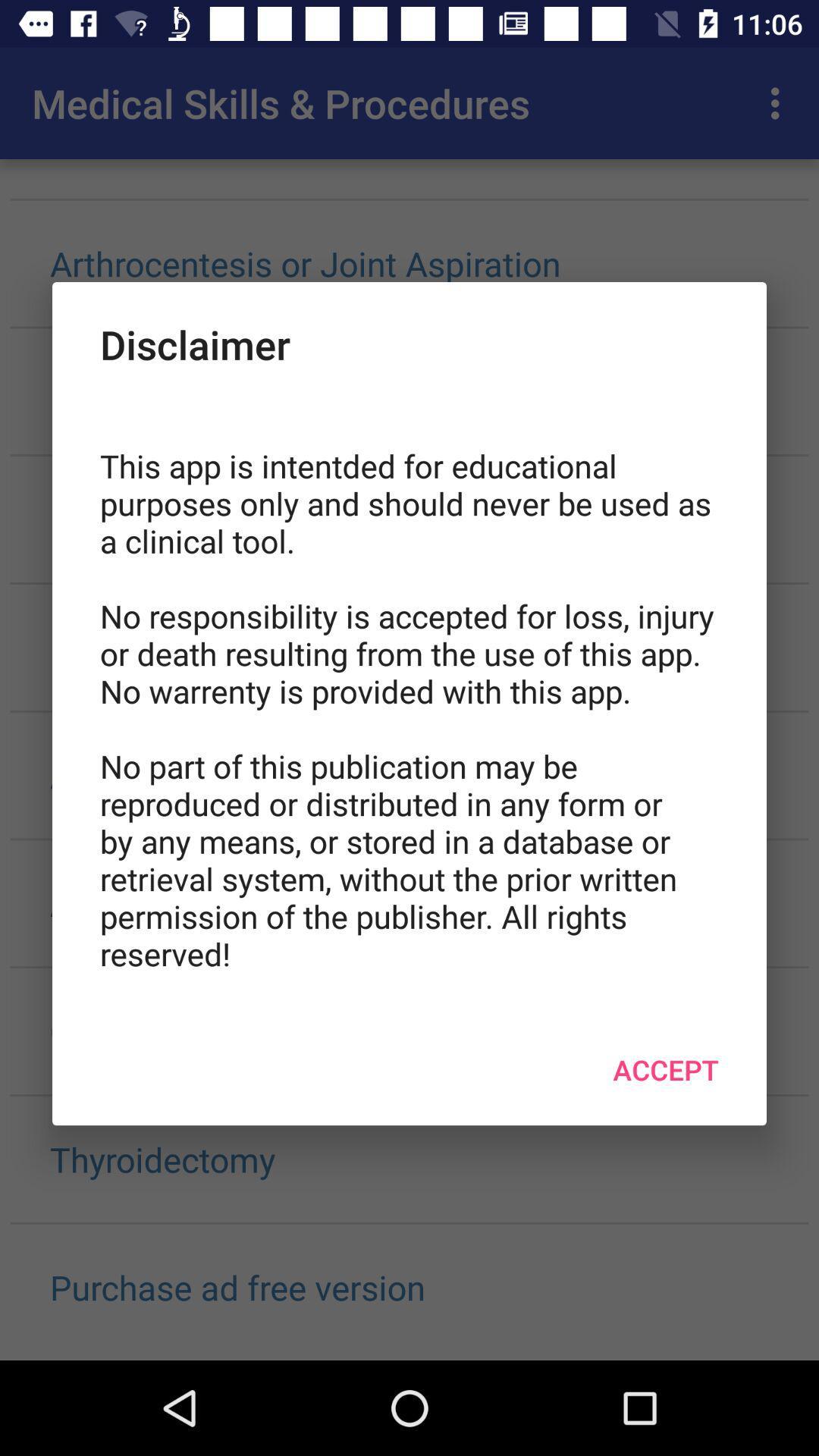 This screenshot has height=1456, width=819. I want to click on item below the this app is icon, so click(665, 1068).